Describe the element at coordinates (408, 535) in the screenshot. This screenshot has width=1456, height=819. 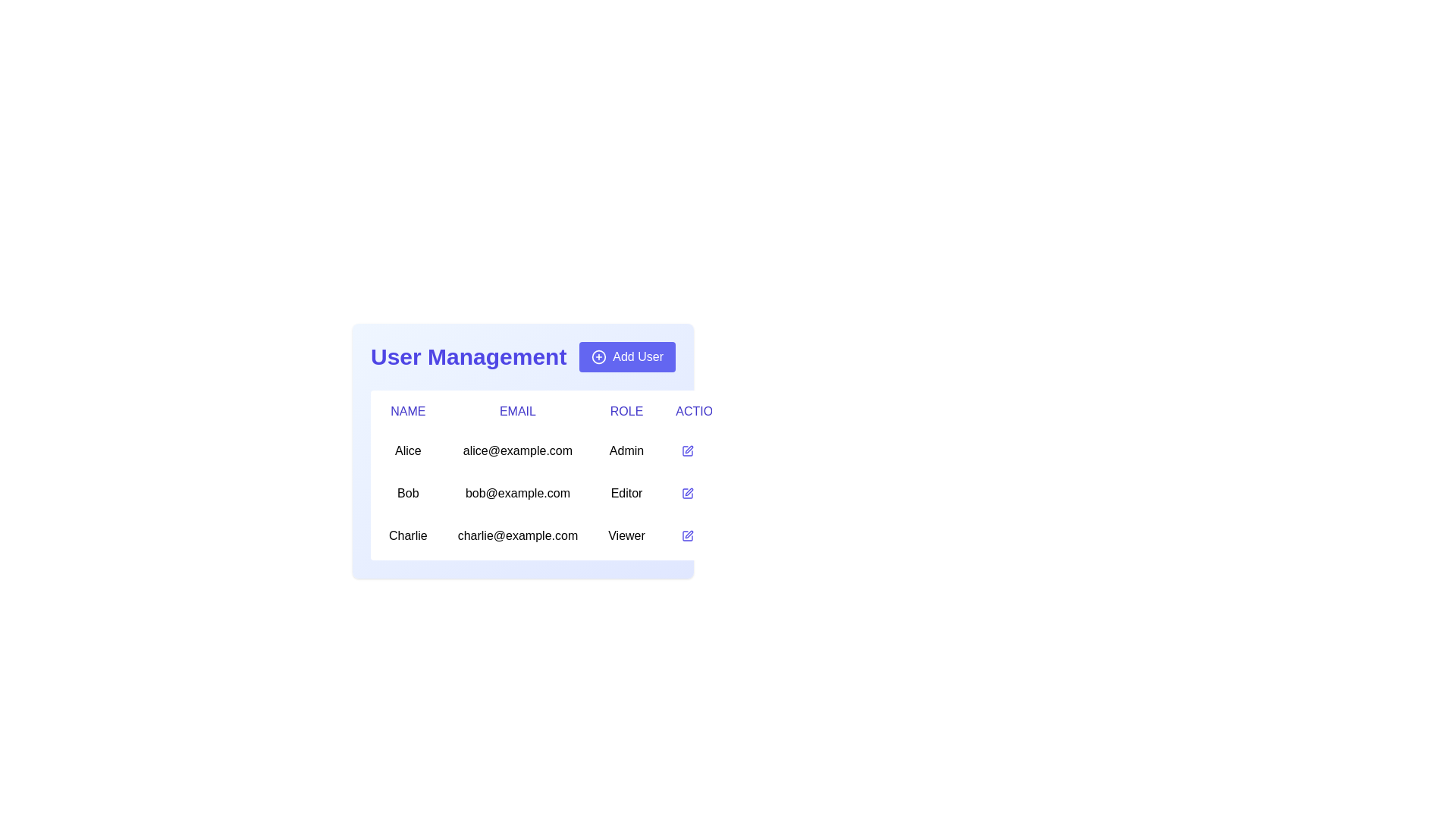
I see `the user's display name in the user management table, which is the first item under the 'Name' column in the third row` at that location.